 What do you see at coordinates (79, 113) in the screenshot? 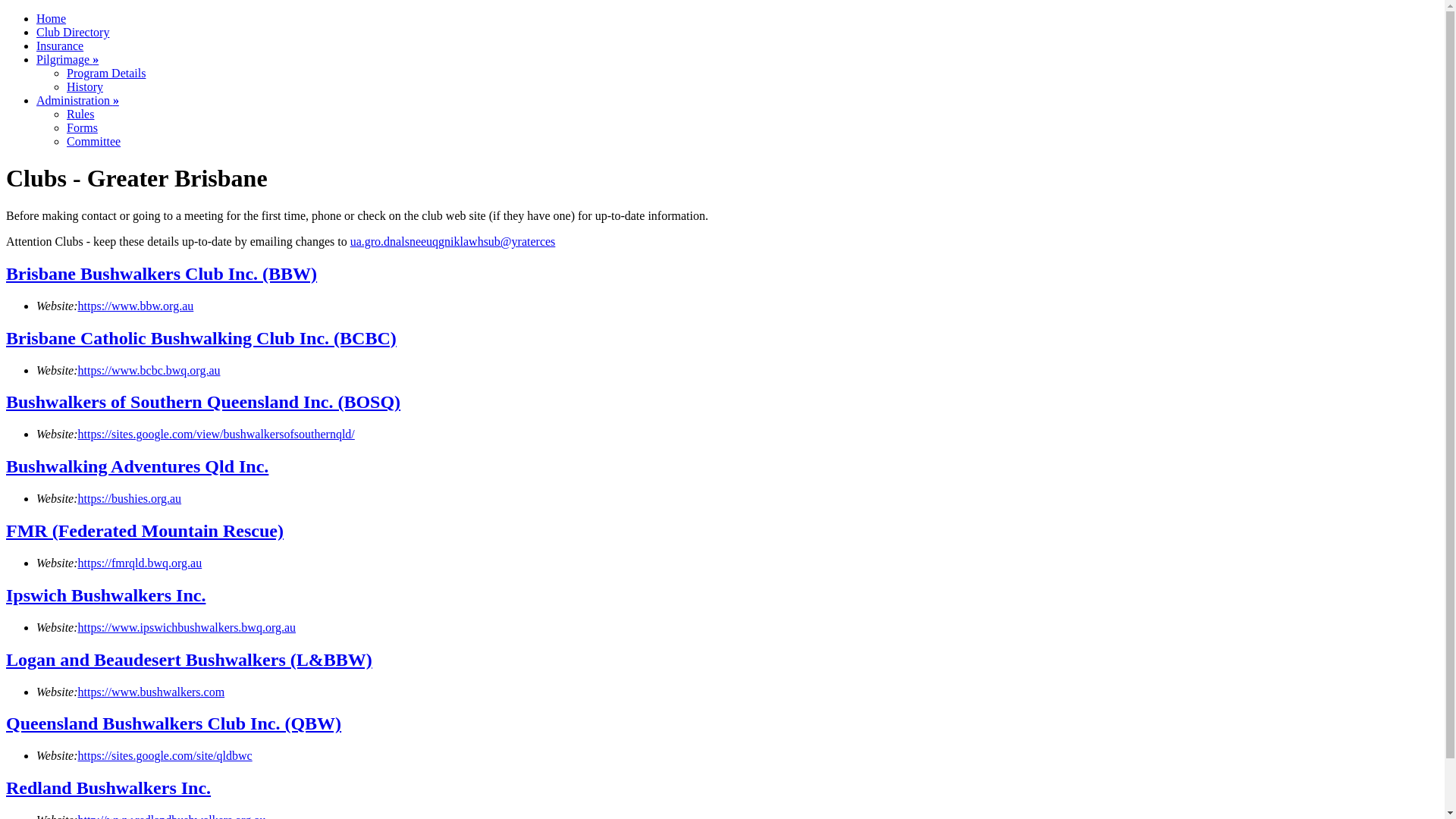
I see `'Rules'` at bounding box center [79, 113].